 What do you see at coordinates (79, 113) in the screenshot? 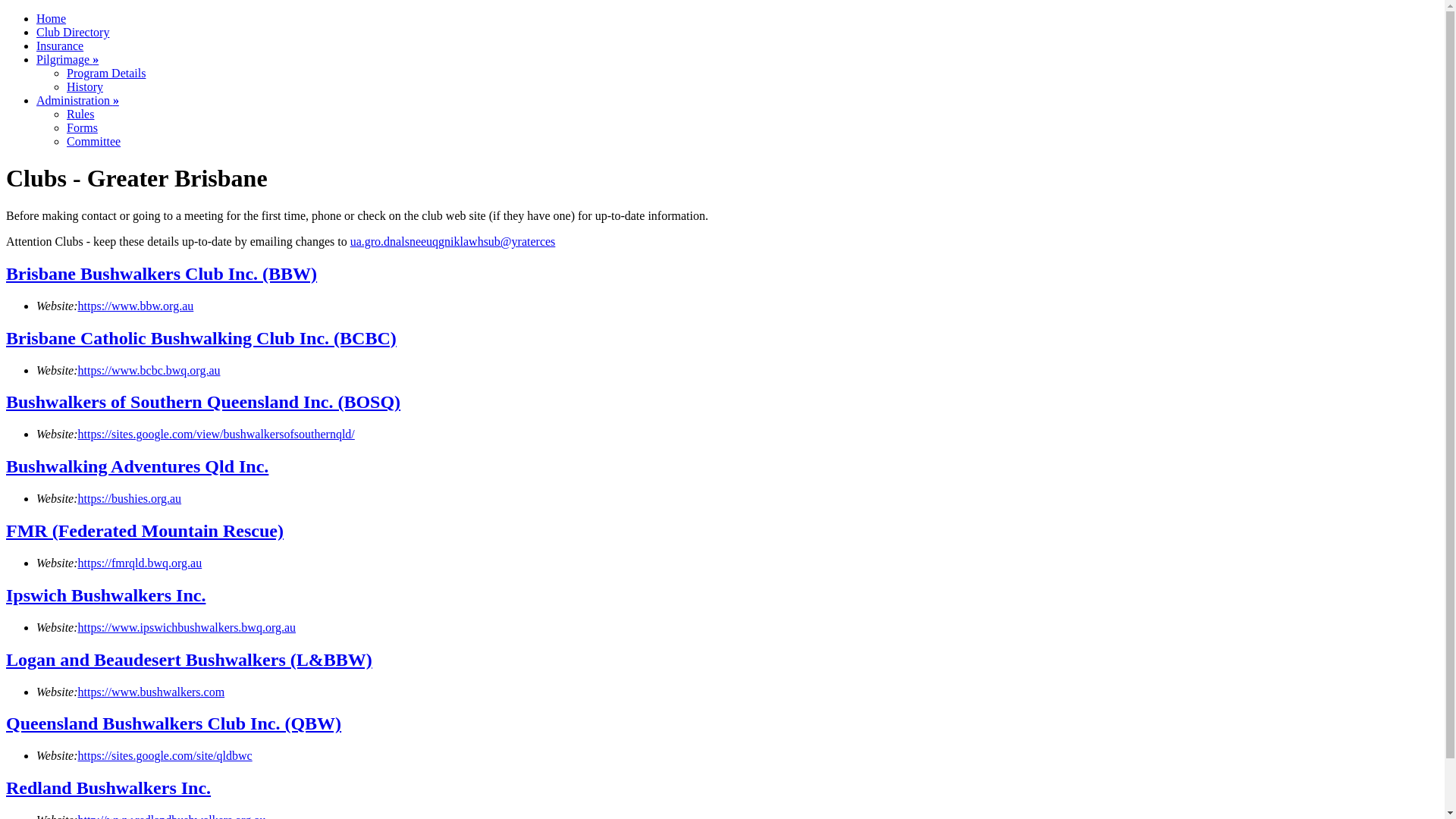
I see `'Rules'` at bounding box center [79, 113].